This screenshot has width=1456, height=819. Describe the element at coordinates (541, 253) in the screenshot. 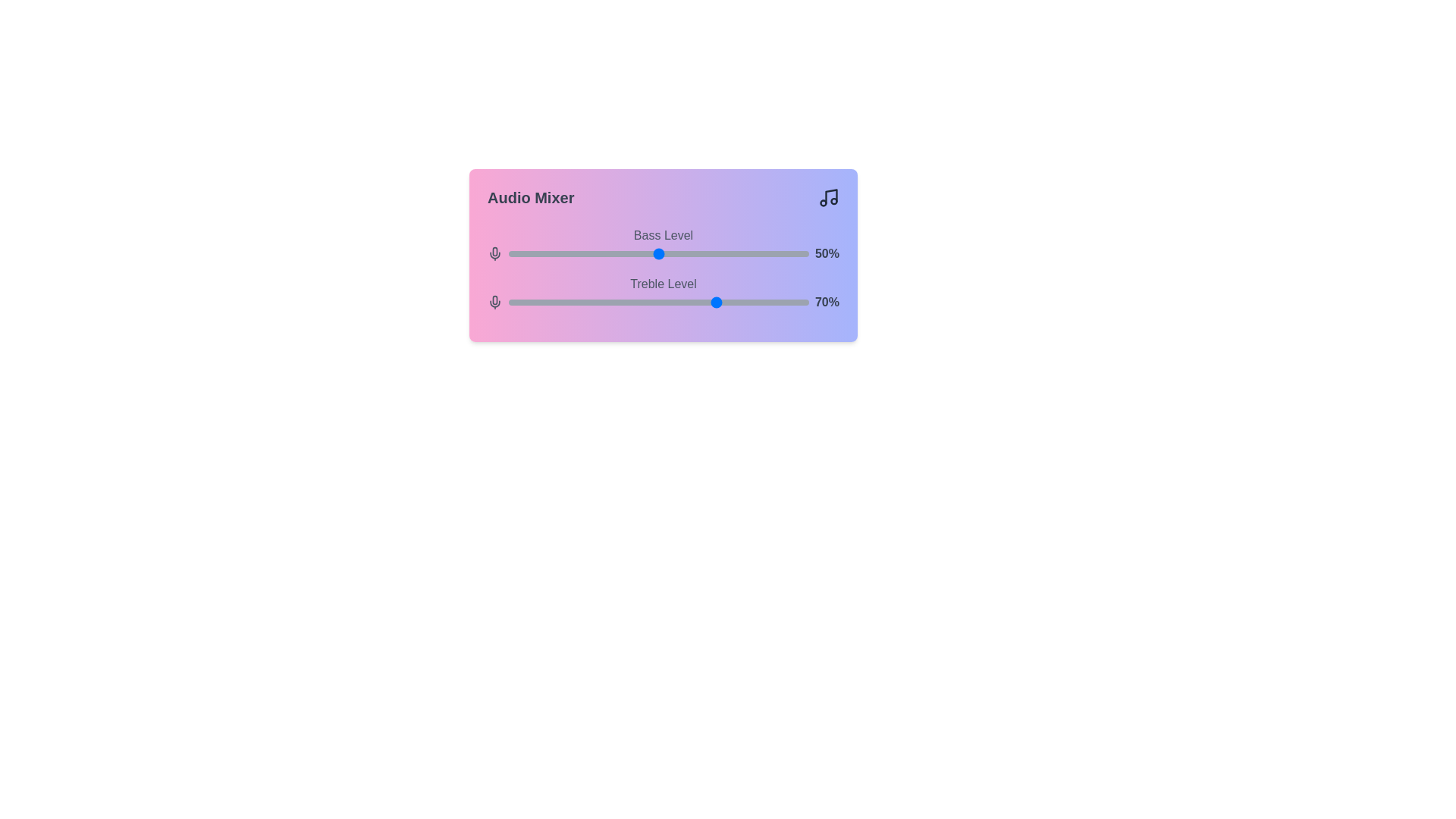

I see `the 0 slider to 11%` at that location.